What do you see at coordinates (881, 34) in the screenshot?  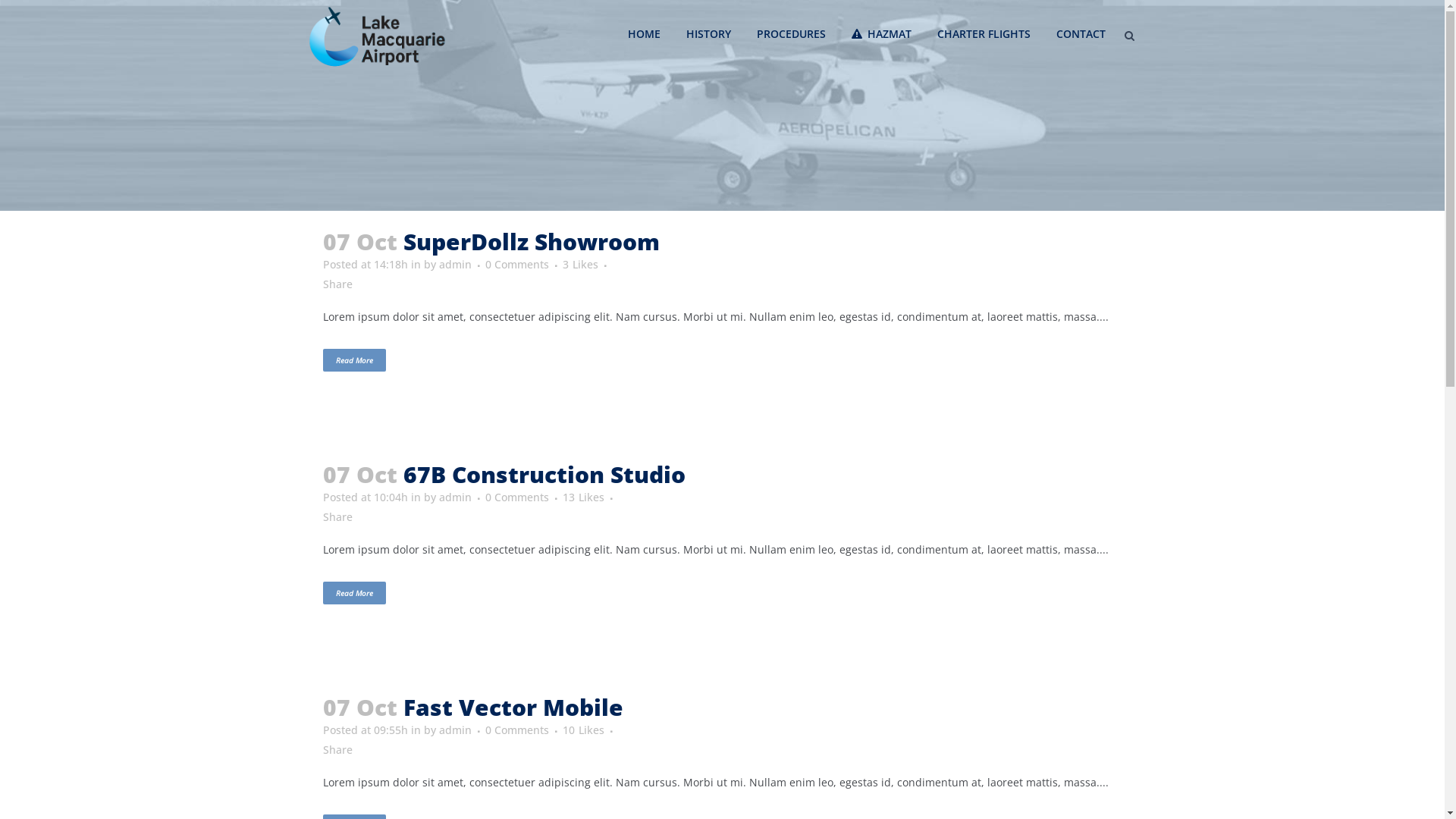 I see `'HAZMAT'` at bounding box center [881, 34].